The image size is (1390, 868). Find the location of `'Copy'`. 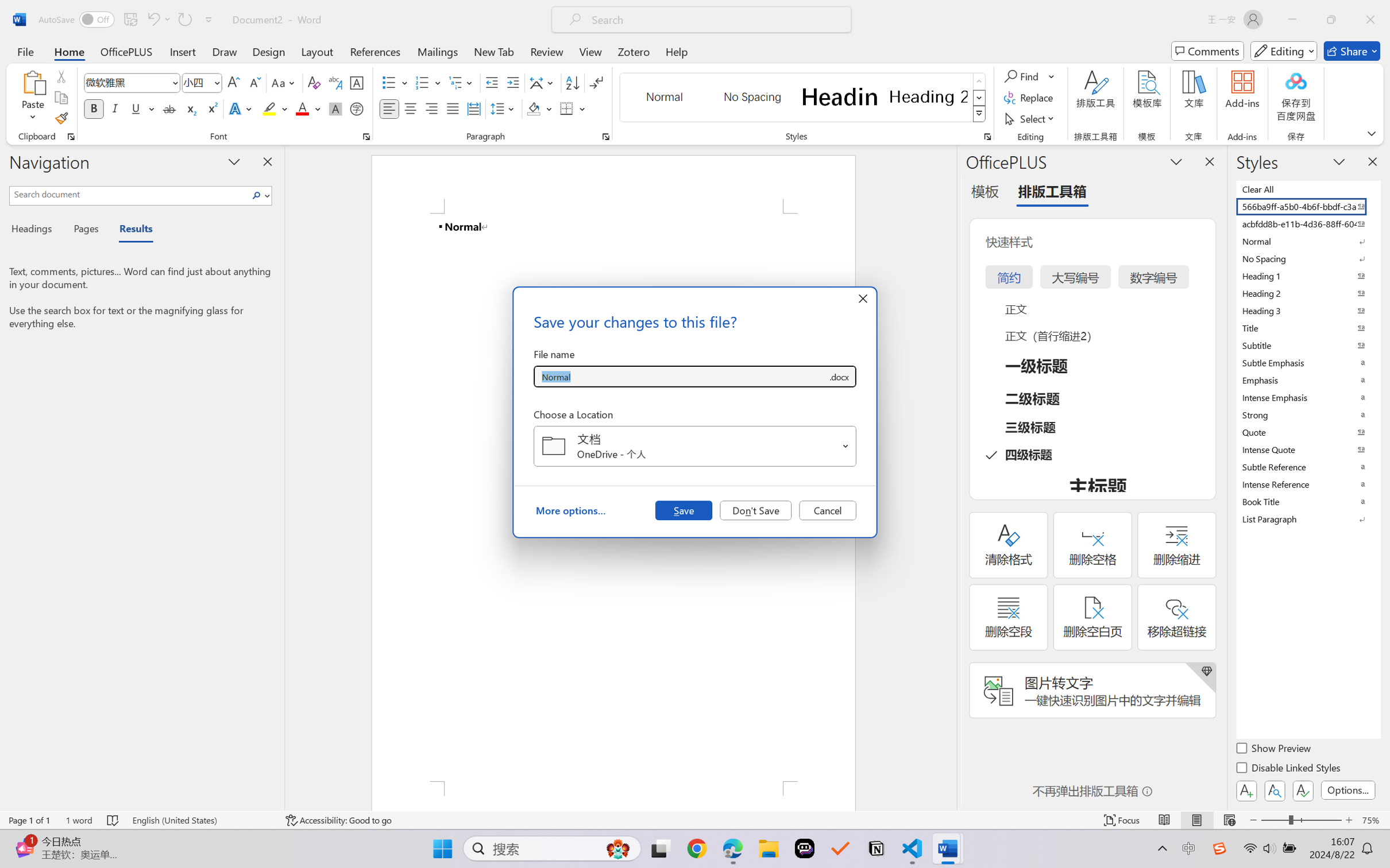

'Copy' is located at coordinates (60, 98).